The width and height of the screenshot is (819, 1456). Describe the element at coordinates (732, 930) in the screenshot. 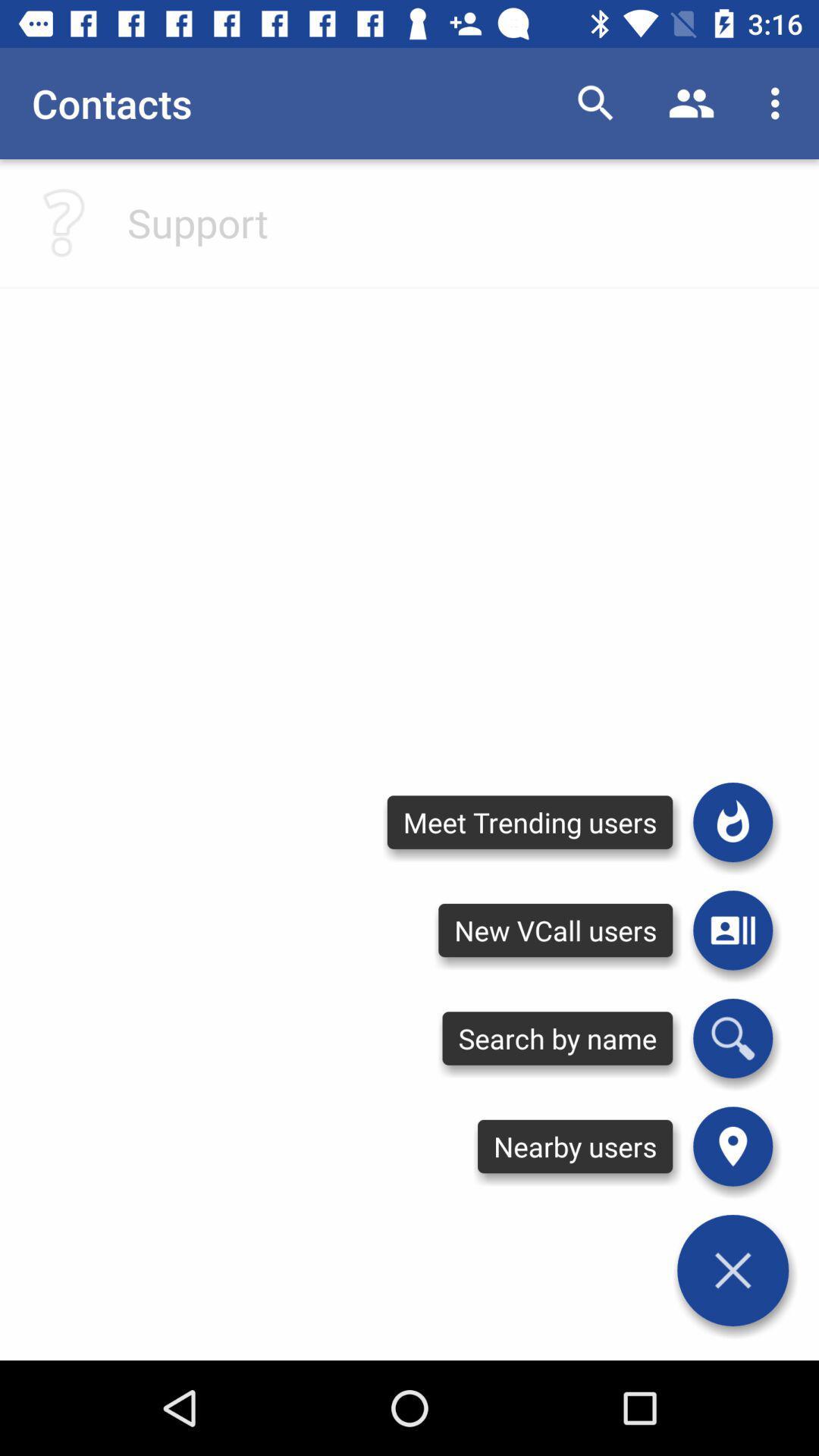

I see `icon to the right of meet trending users icon` at that location.